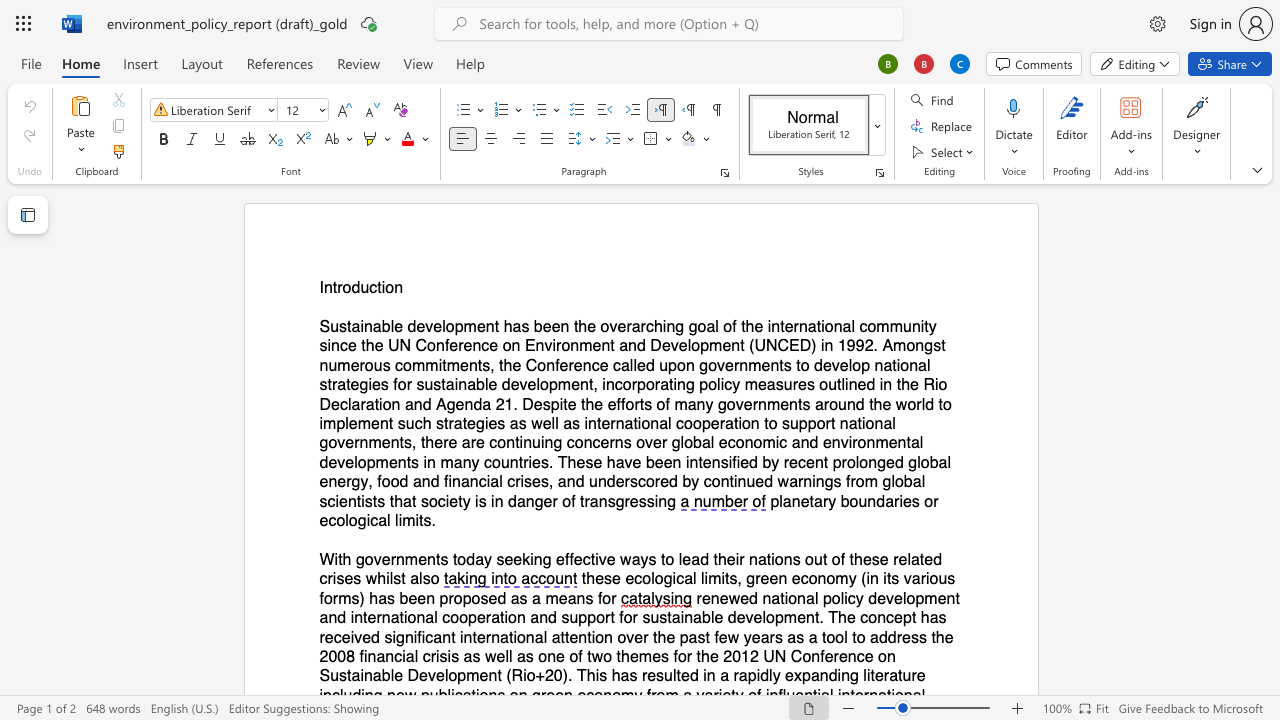  Describe the element at coordinates (381, 579) in the screenshot. I see `the 4th character "h" in the text` at that location.